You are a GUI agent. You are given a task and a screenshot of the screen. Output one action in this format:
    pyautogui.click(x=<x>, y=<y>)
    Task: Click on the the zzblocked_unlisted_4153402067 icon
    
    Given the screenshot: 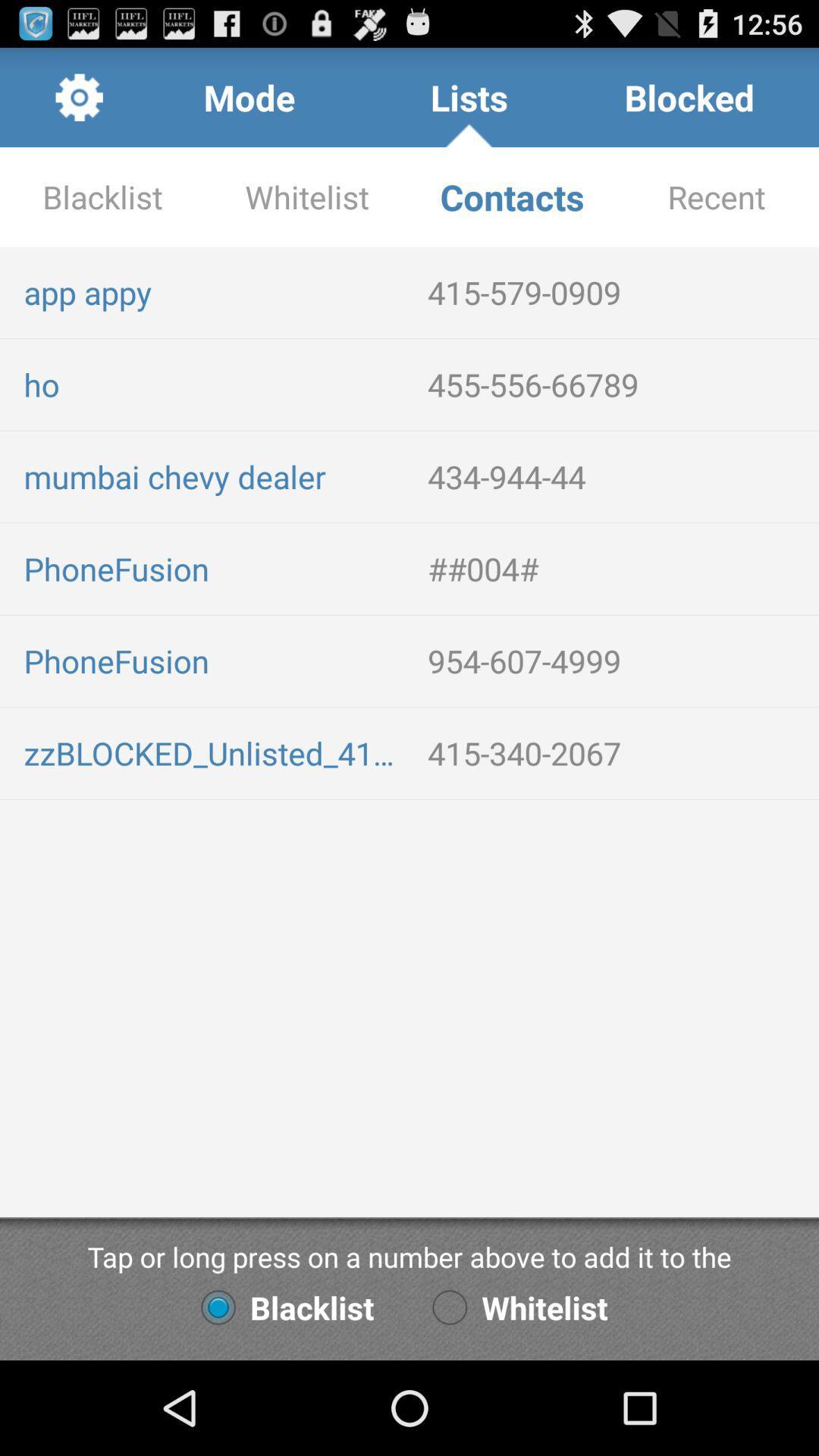 What is the action you would take?
    pyautogui.click(x=213, y=753)
    